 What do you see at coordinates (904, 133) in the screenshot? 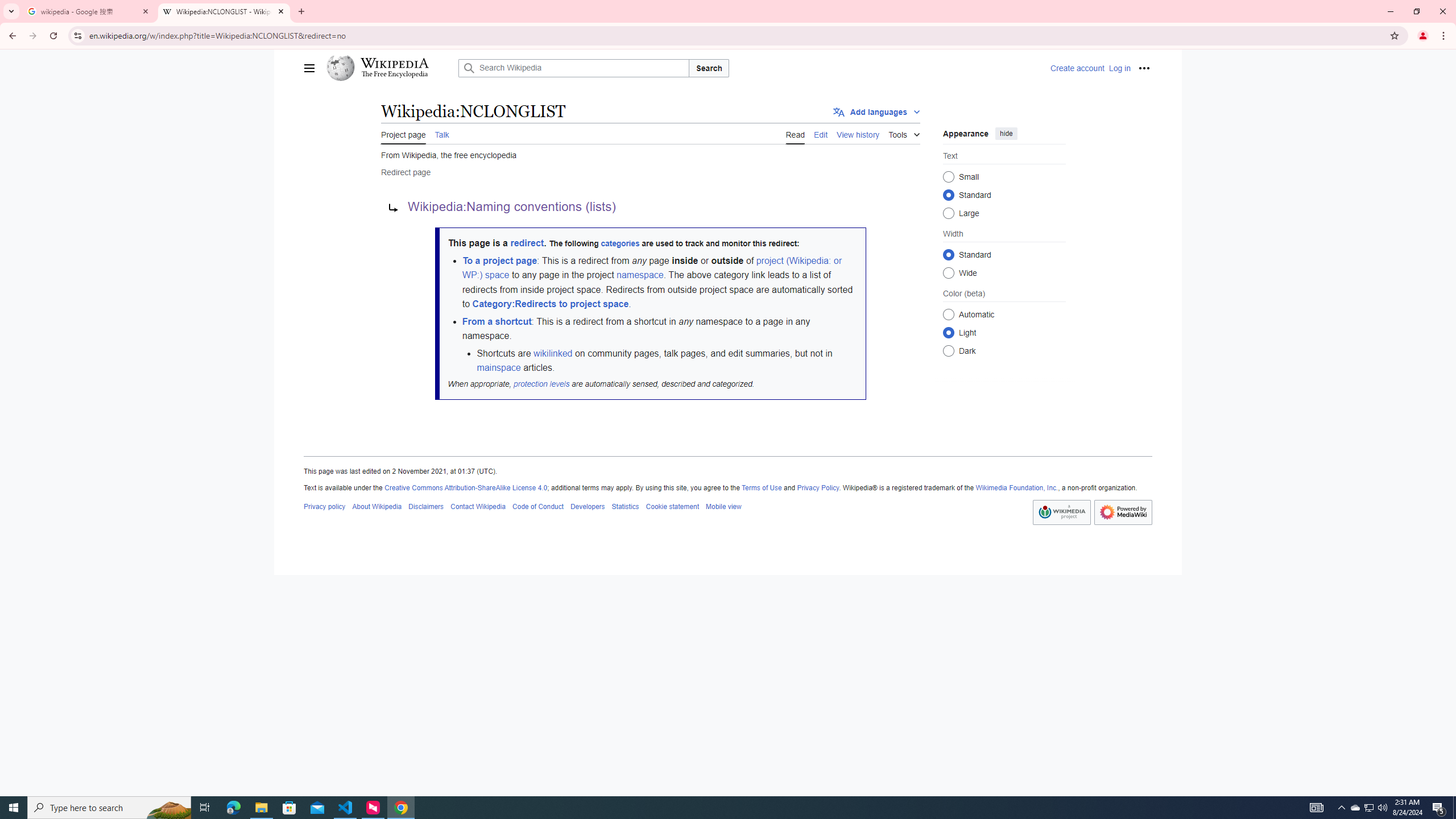
I see `'Tools'` at bounding box center [904, 133].